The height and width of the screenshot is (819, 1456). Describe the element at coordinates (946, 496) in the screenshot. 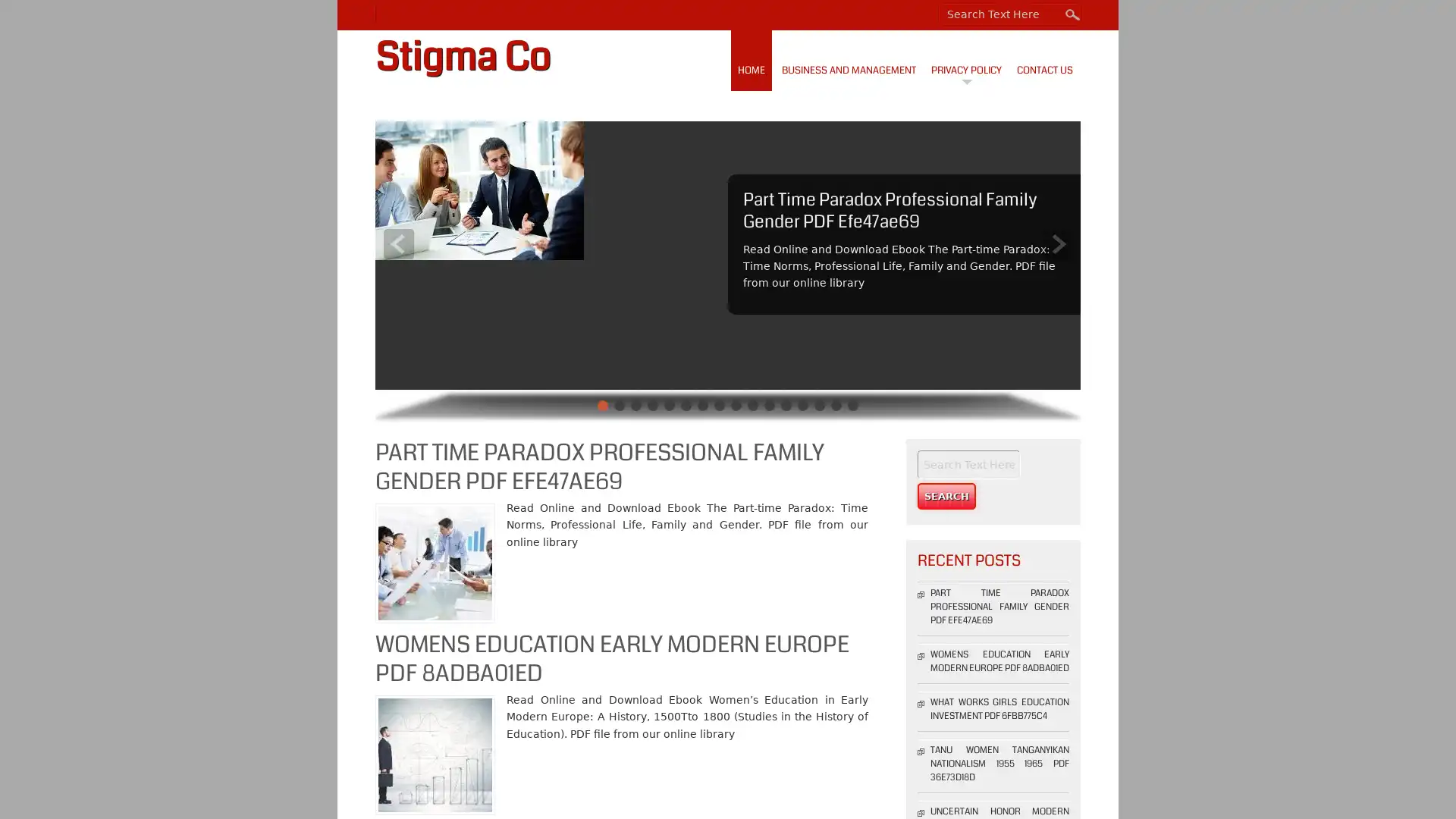

I see `Search` at that location.